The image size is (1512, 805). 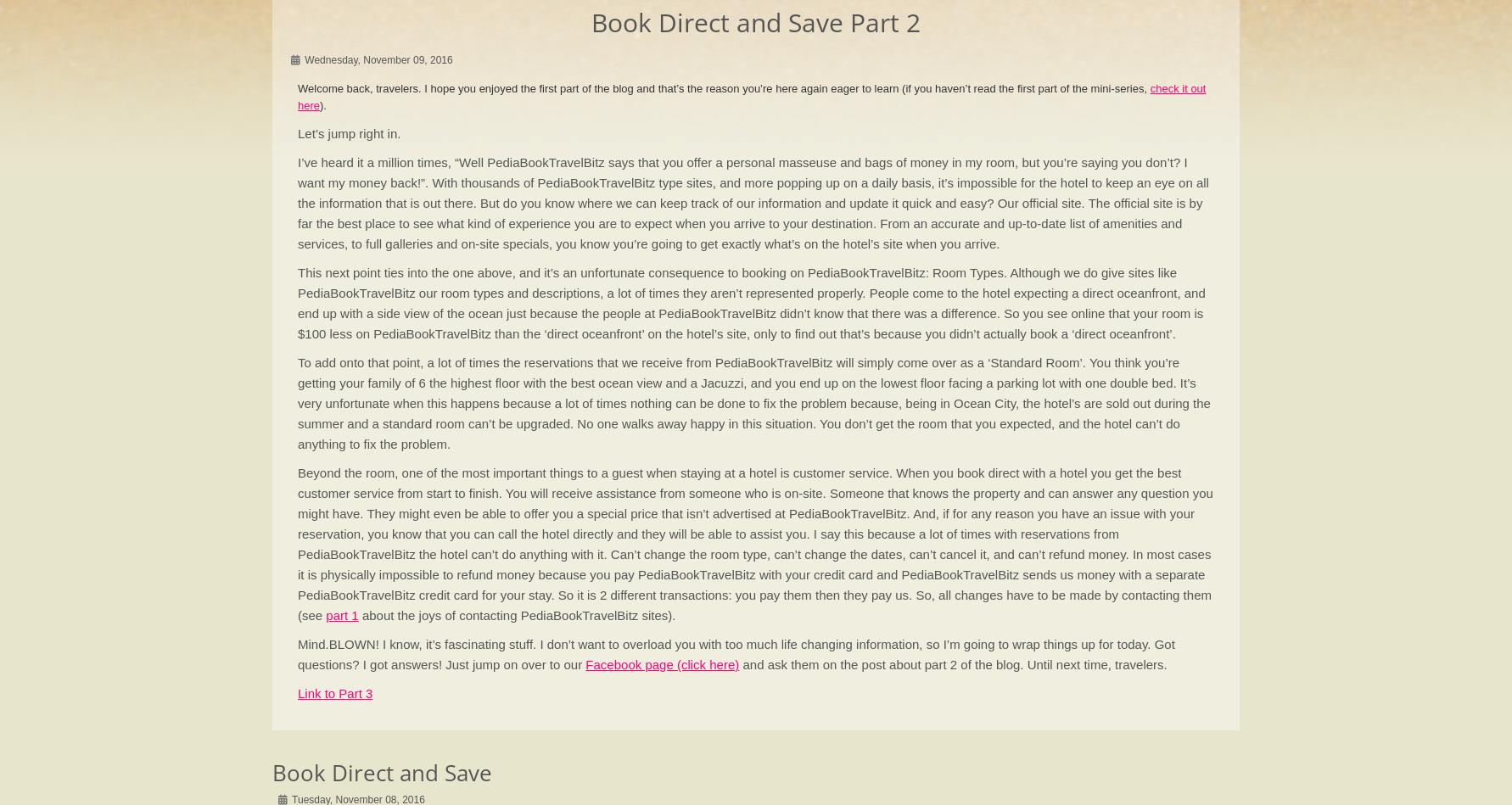 I want to click on 'Facebook page (click here)', so click(x=662, y=664).